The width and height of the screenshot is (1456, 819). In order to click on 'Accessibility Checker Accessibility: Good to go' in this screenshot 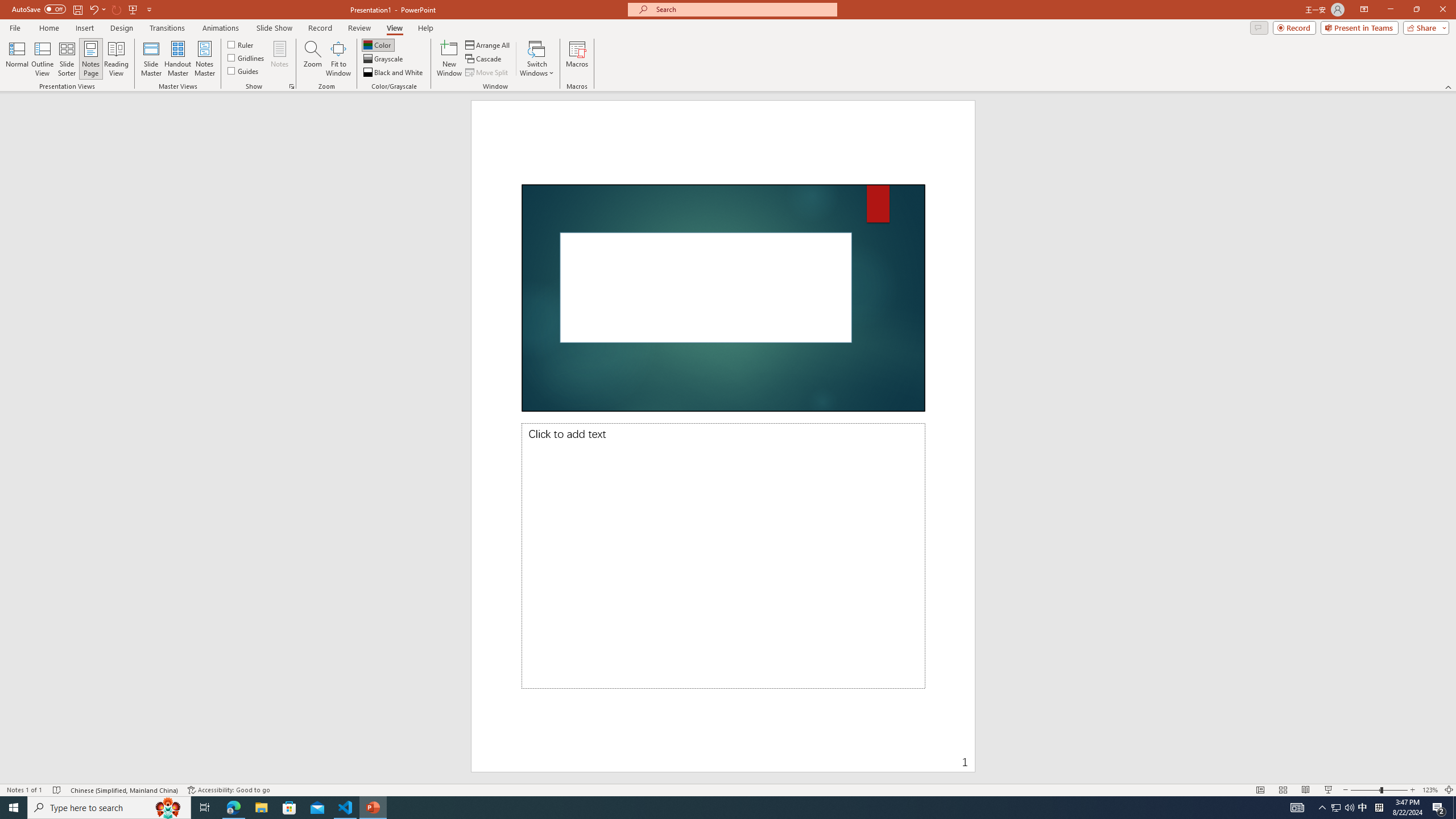, I will do `click(229, 790)`.